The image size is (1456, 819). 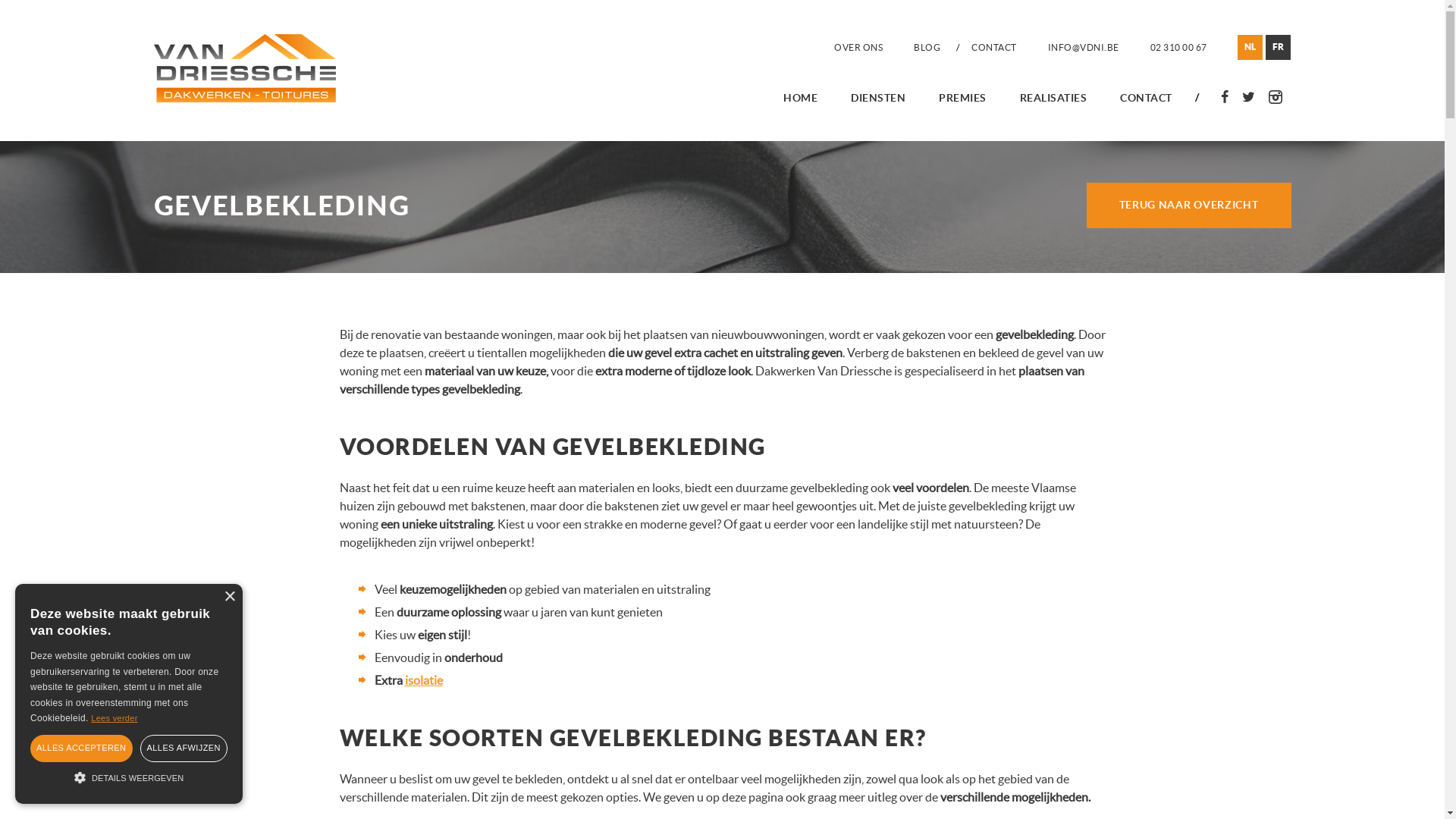 I want to click on 'BLOG', so click(x=926, y=46).